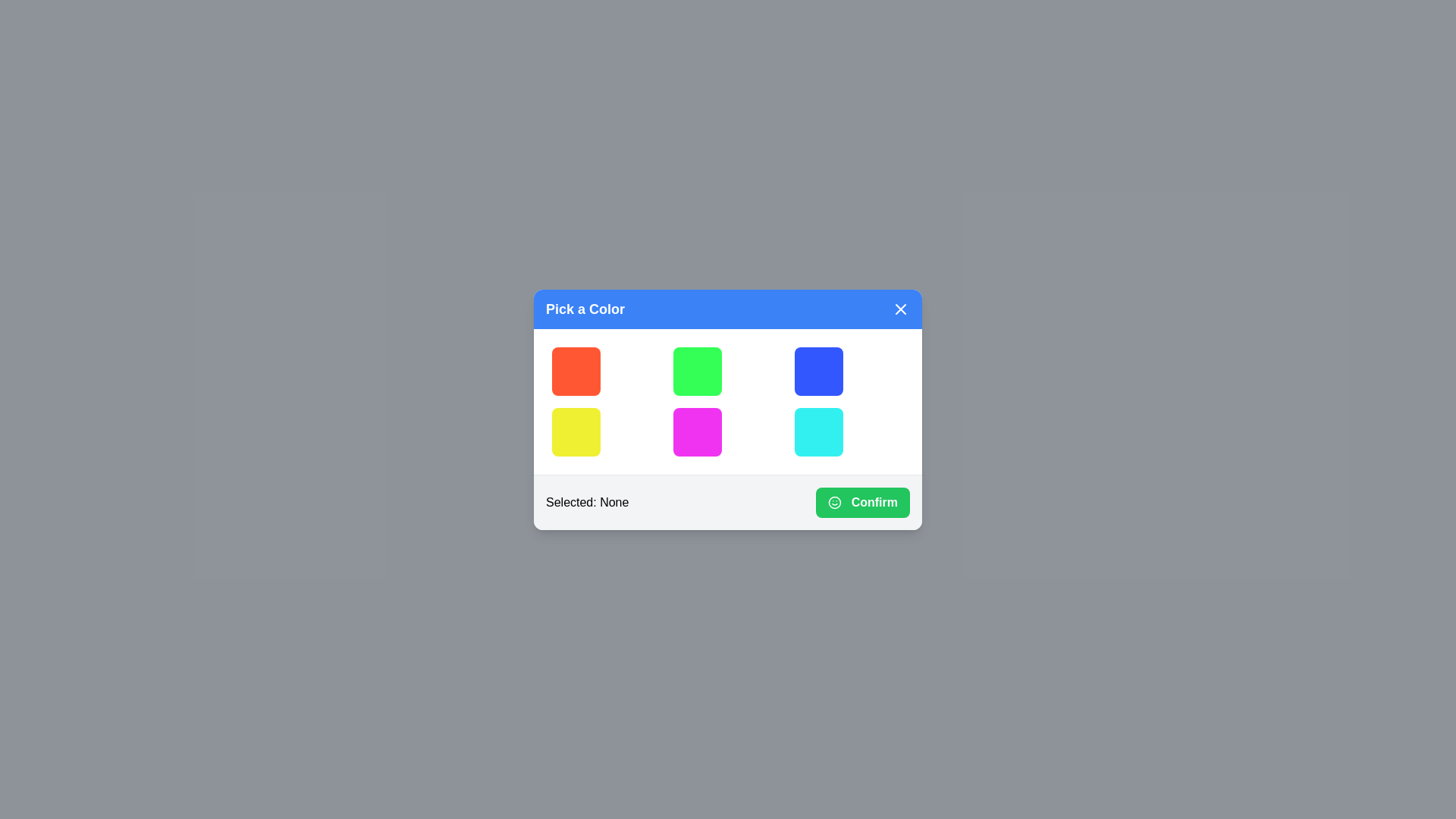  I want to click on the close button to close the dialog, so click(901, 308).